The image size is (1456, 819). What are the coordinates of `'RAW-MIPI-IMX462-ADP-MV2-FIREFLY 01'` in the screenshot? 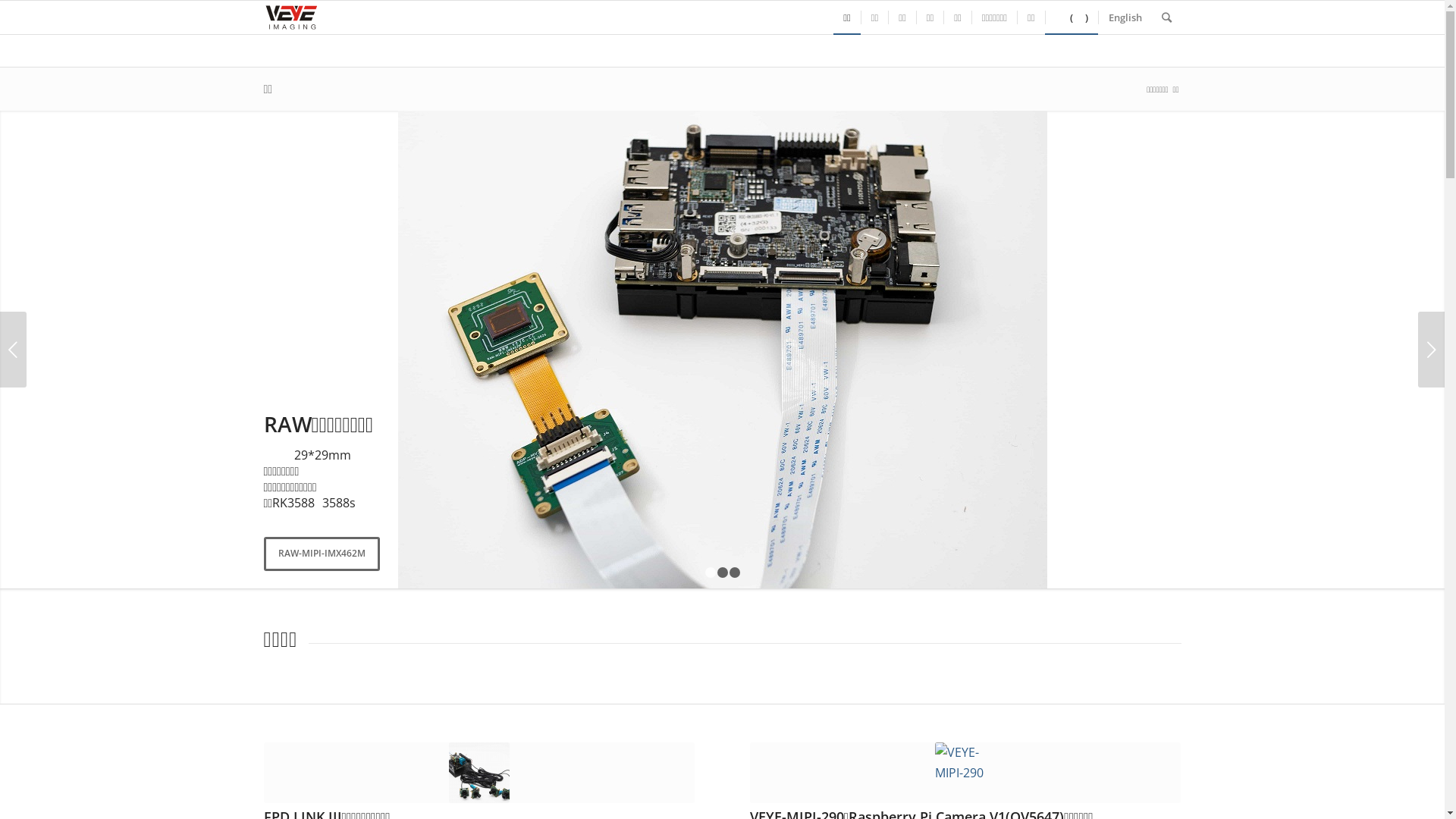 It's located at (720, 350).